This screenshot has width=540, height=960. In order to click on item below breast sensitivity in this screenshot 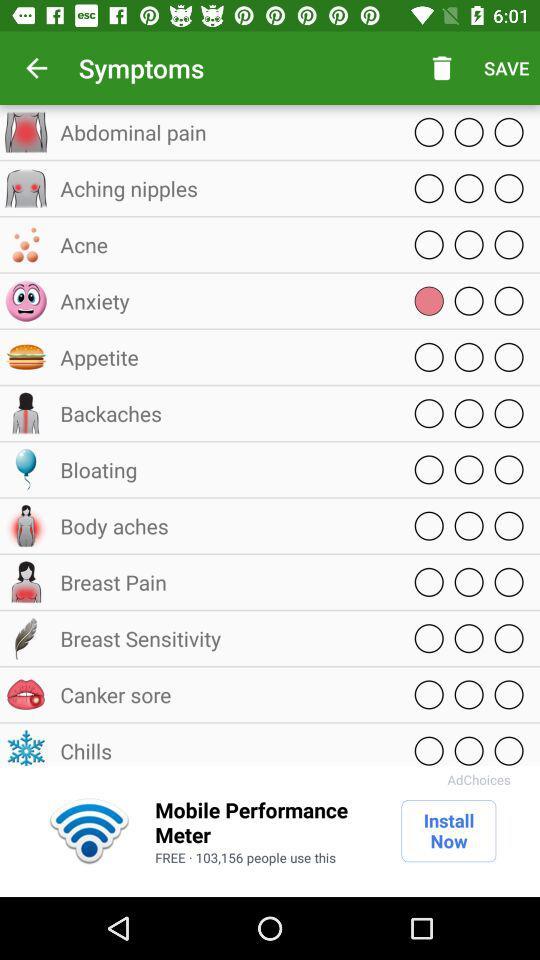, I will do `click(224, 694)`.